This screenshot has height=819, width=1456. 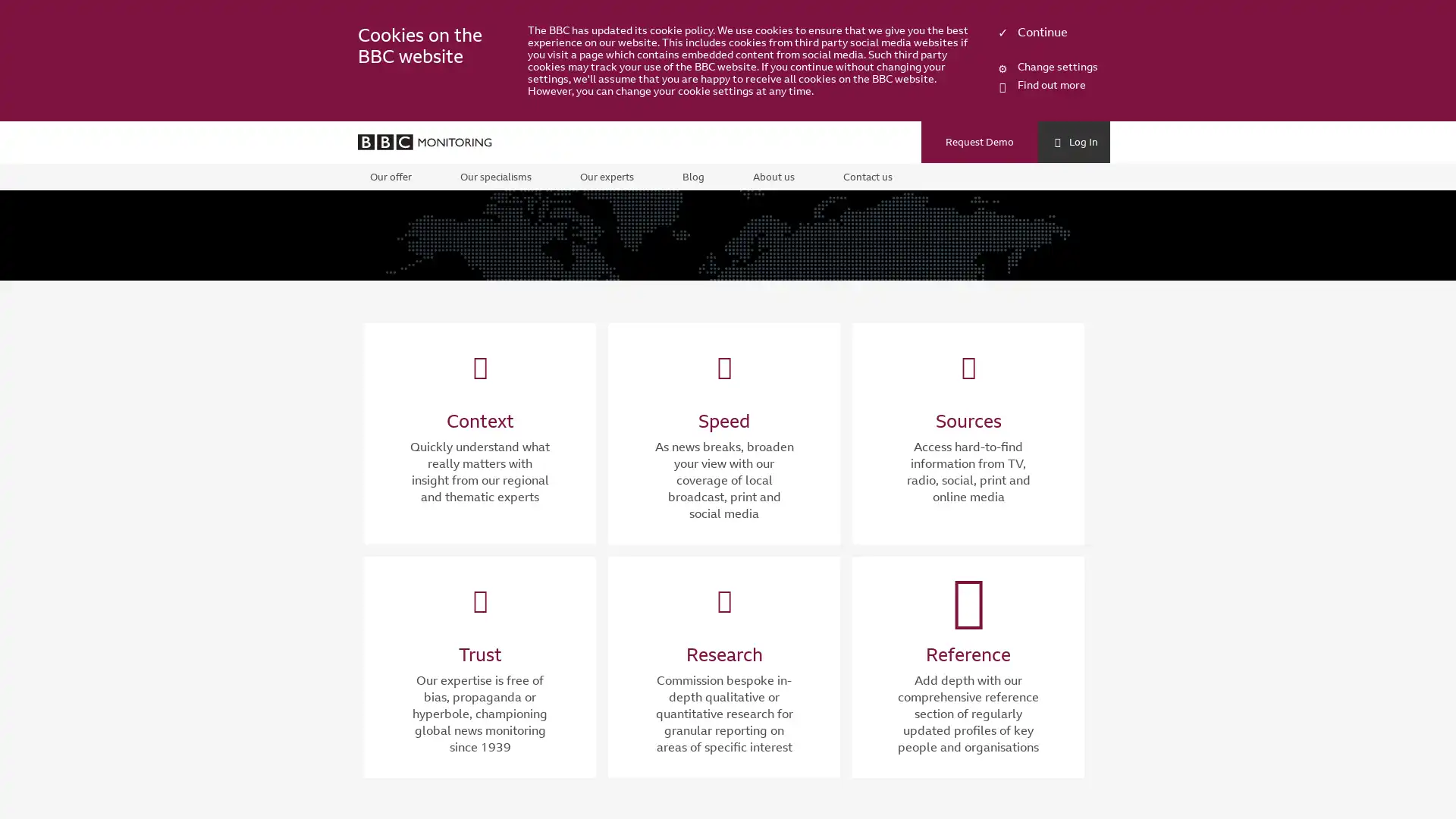 What do you see at coordinates (1073, 143) in the screenshot?
I see `Log In` at bounding box center [1073, 143].